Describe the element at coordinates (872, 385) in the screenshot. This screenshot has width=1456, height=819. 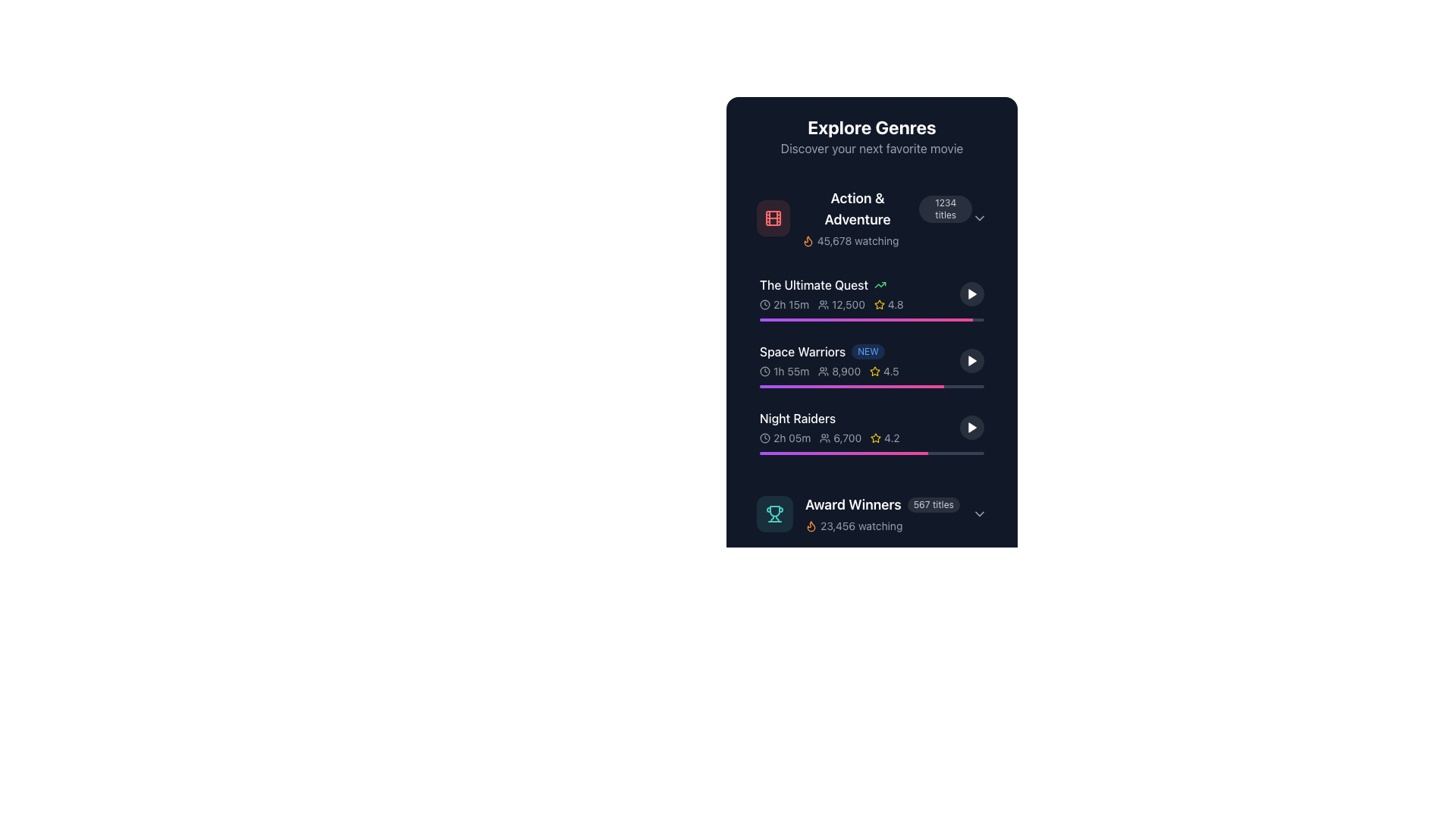
I see `the visual representation of the Progress bar located within the 'Space Warriors' card, which is the second item in a vertical list, positioned below the associated numerical and textual information` at that location.